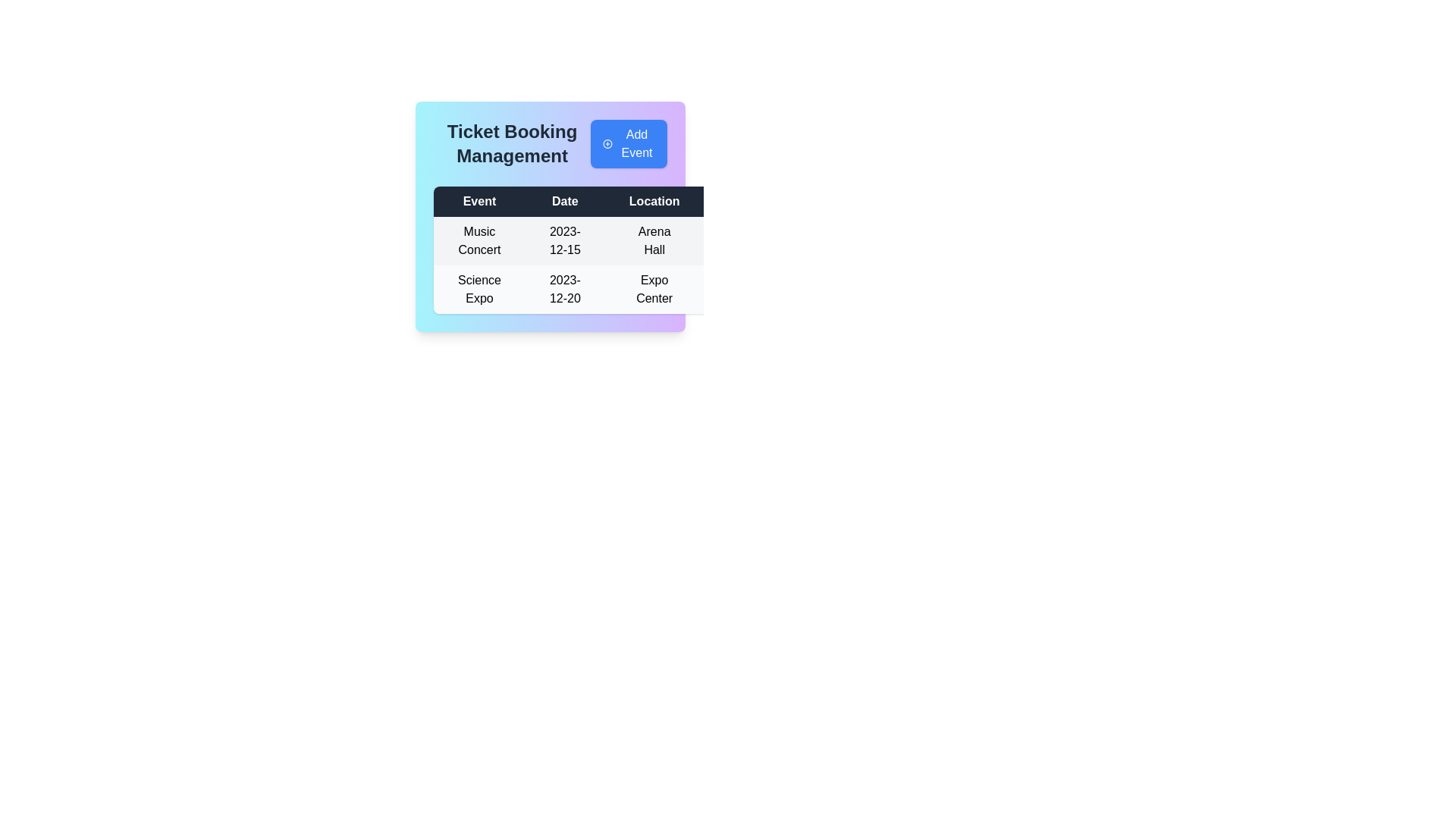 This screenshot has height=819, width=1456. What do you see at coordinates (684, 240) in the screenshot?
I see `the first table row displaying details about the 'Music Concert' event` at bounding box center [684, 240].